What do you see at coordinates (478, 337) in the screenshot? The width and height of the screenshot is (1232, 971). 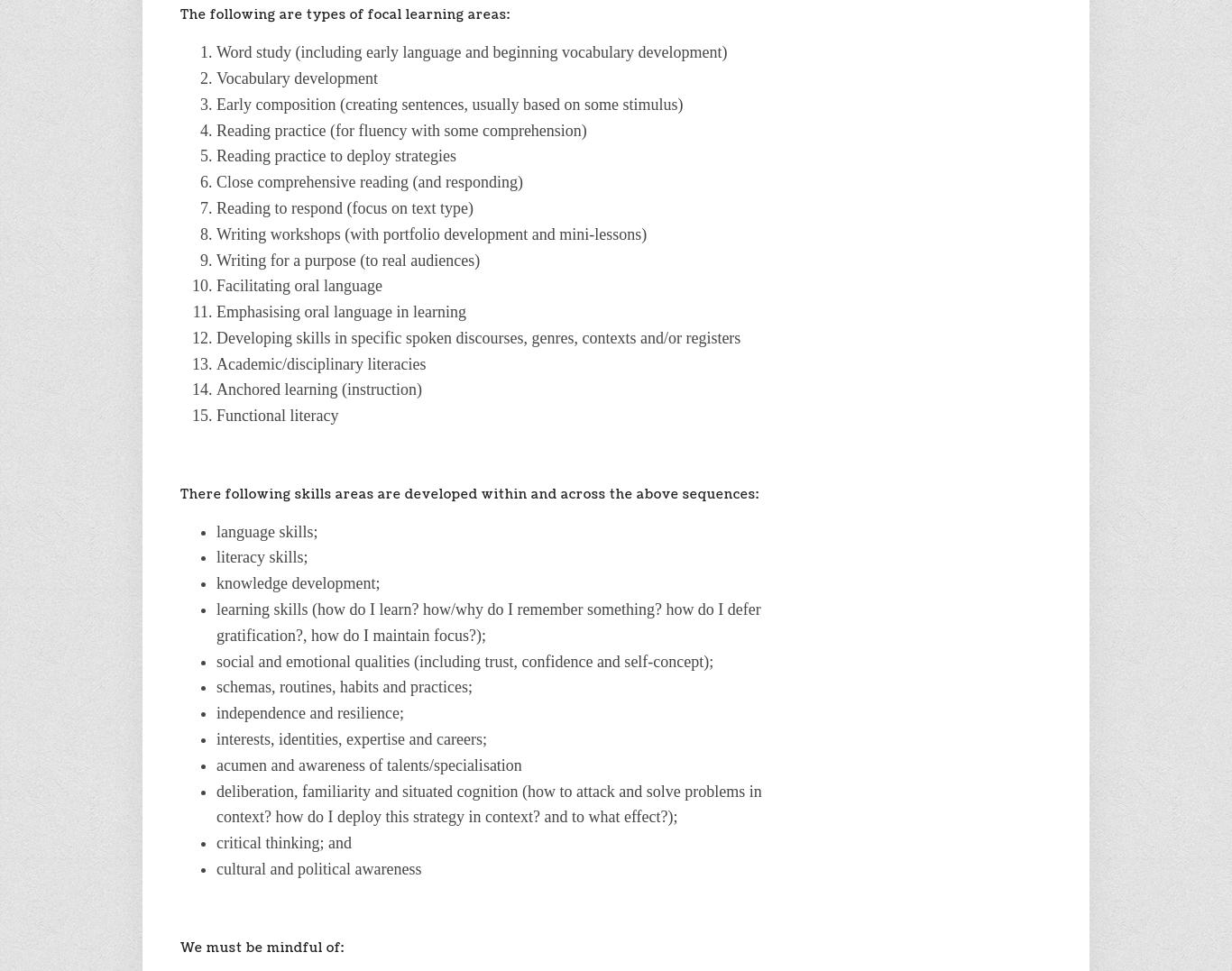 I see `'Developing skills in specific spoken discourses, genres, contexts and/or registers'` at bounding box center [478, 337].